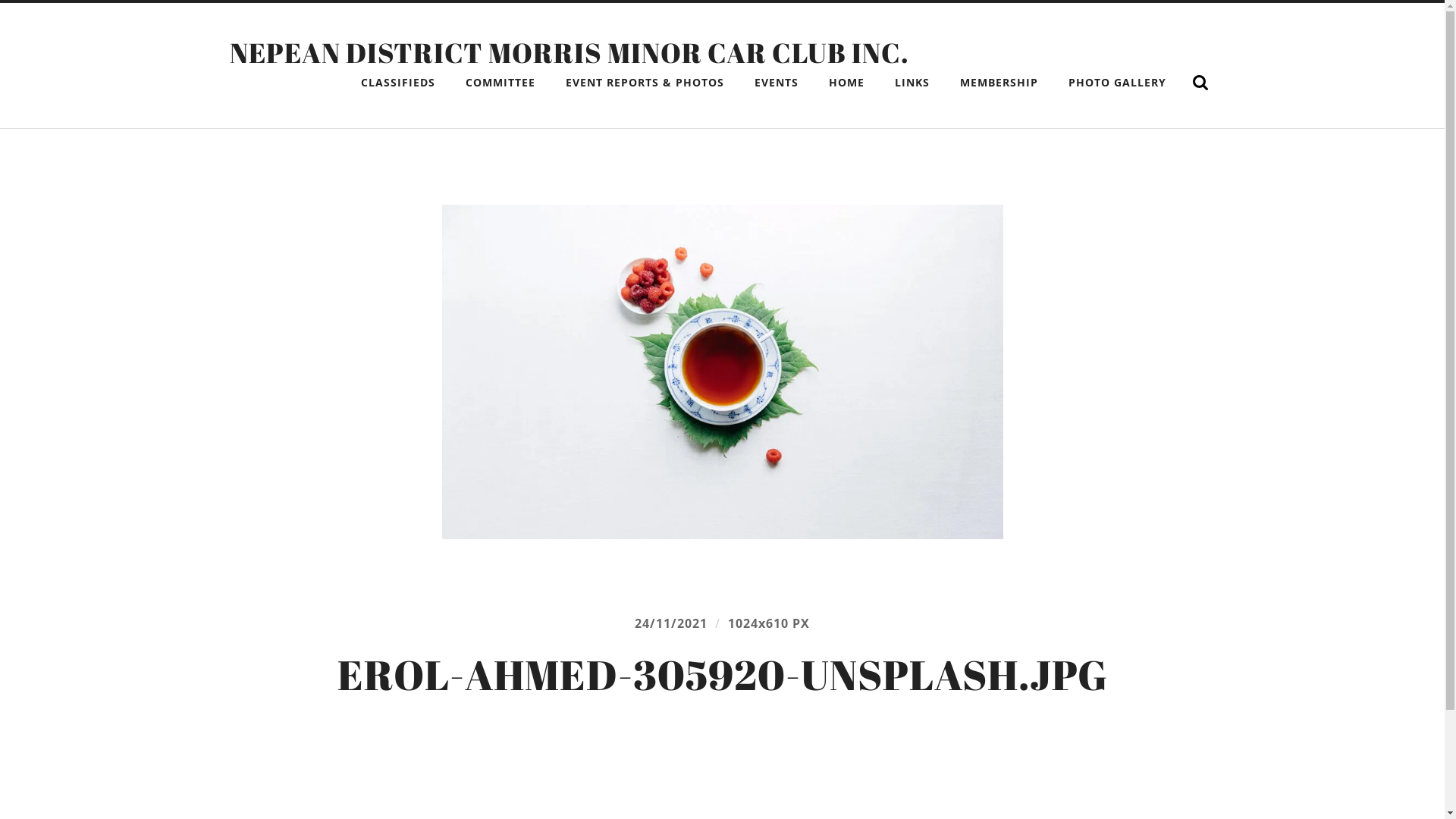 This screenshot has height=819, width=1456. I want to click on 'EVENT REPORTS & PHOTOS', so click(552, 82).